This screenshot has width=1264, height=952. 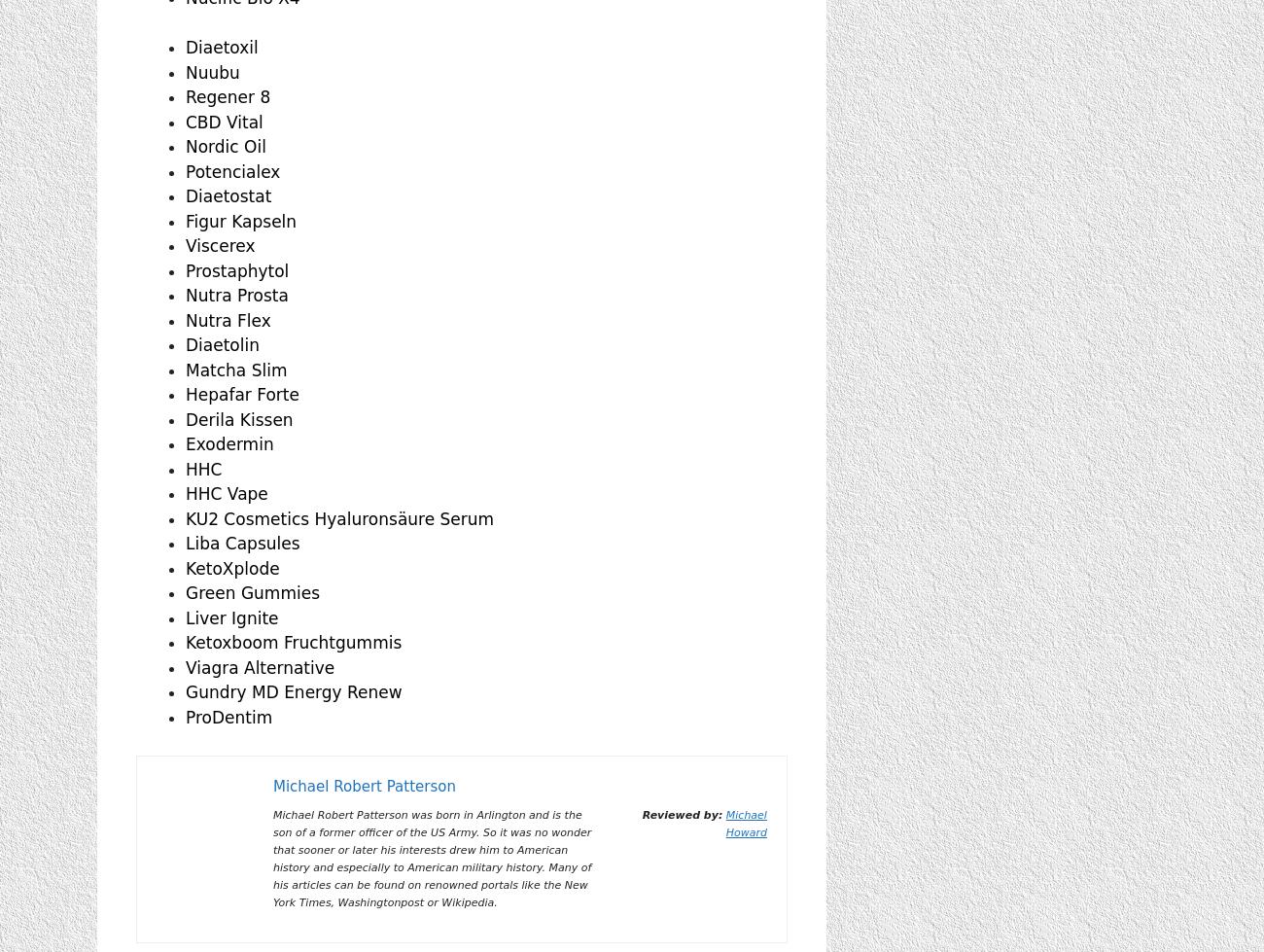 What do you see at coordinates (228, 443) in the screenshot?
I see `'Exodermin'` at bounding box center [228, 443].